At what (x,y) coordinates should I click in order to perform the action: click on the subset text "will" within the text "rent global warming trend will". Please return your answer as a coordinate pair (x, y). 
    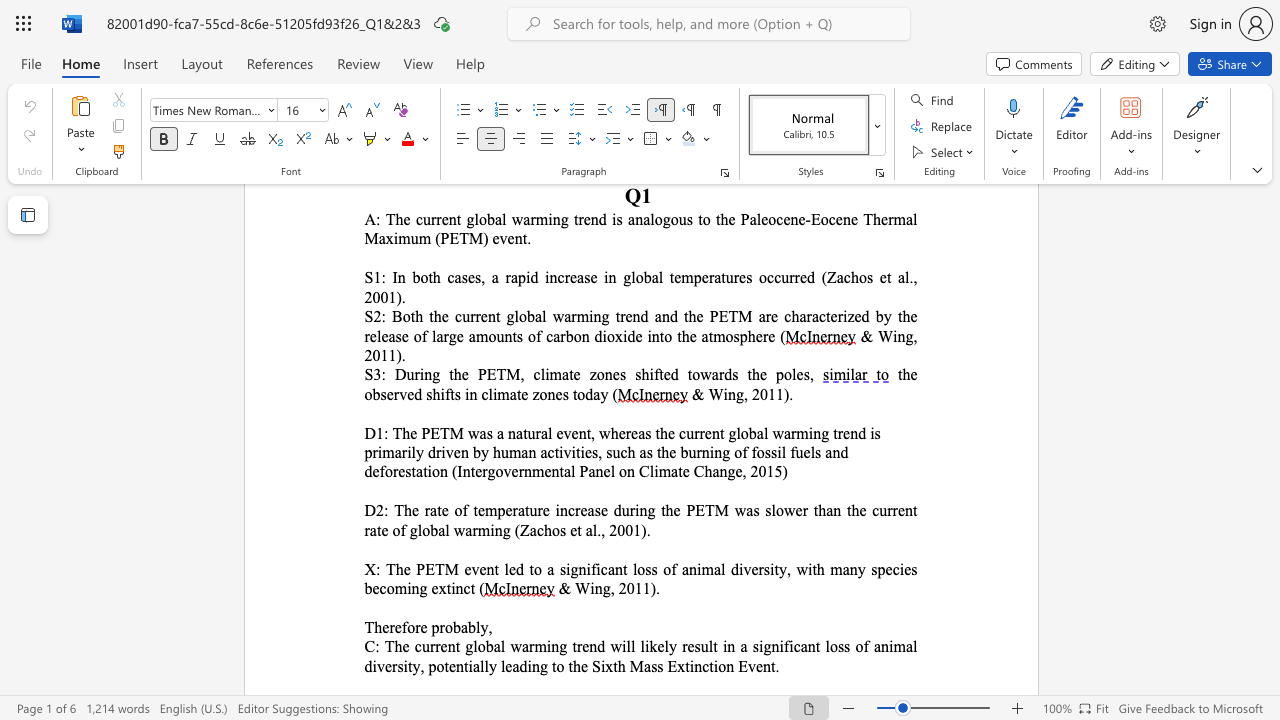
    Looking at the image, I should click on (609, 646).